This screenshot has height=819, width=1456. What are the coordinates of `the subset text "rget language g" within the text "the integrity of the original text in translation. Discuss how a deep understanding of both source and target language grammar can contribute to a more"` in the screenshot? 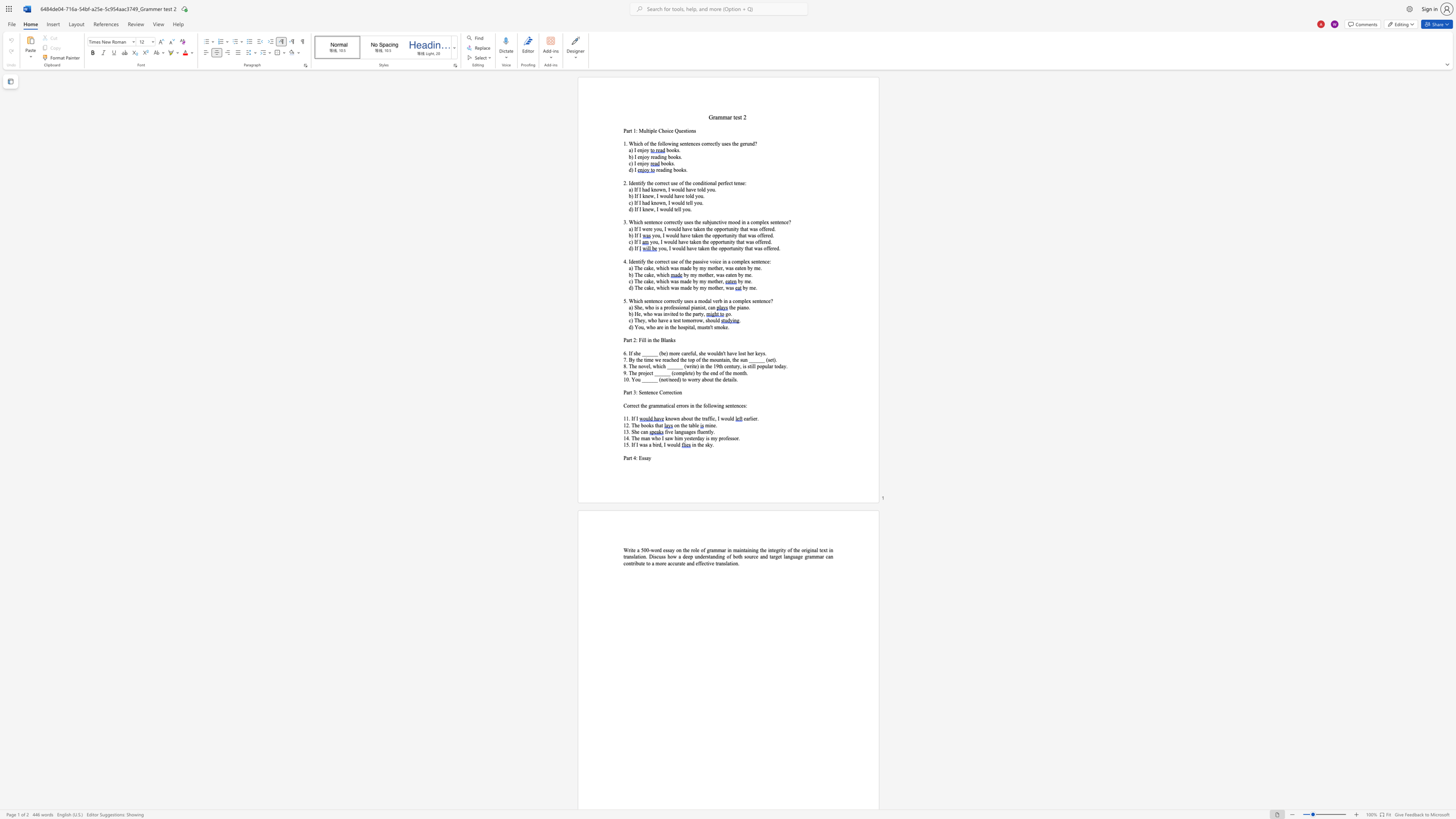 It's located at (773, 557).